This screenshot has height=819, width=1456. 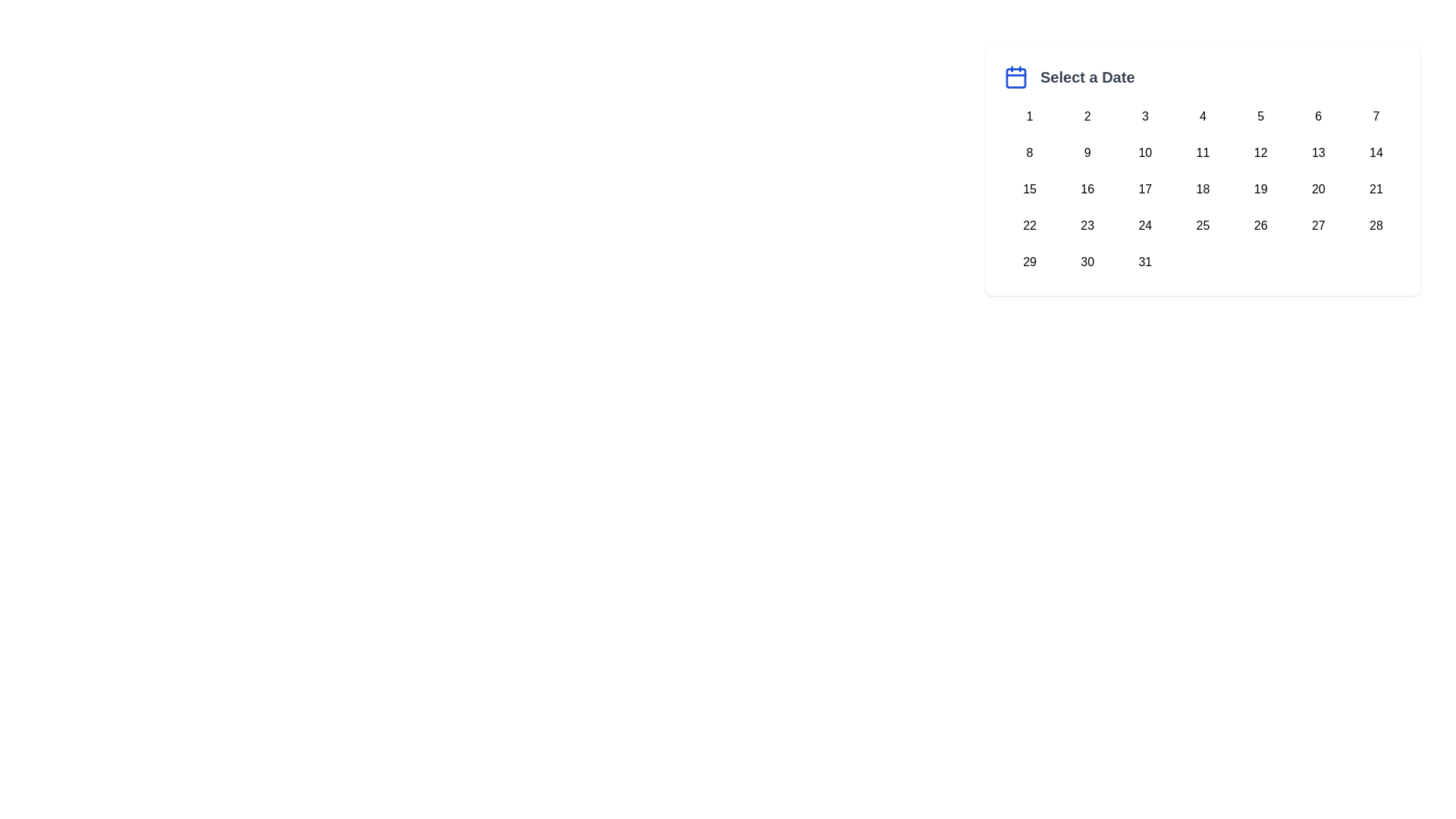 I want to click on the 28th button in the calendar interface, so click(x=1376, y=225).